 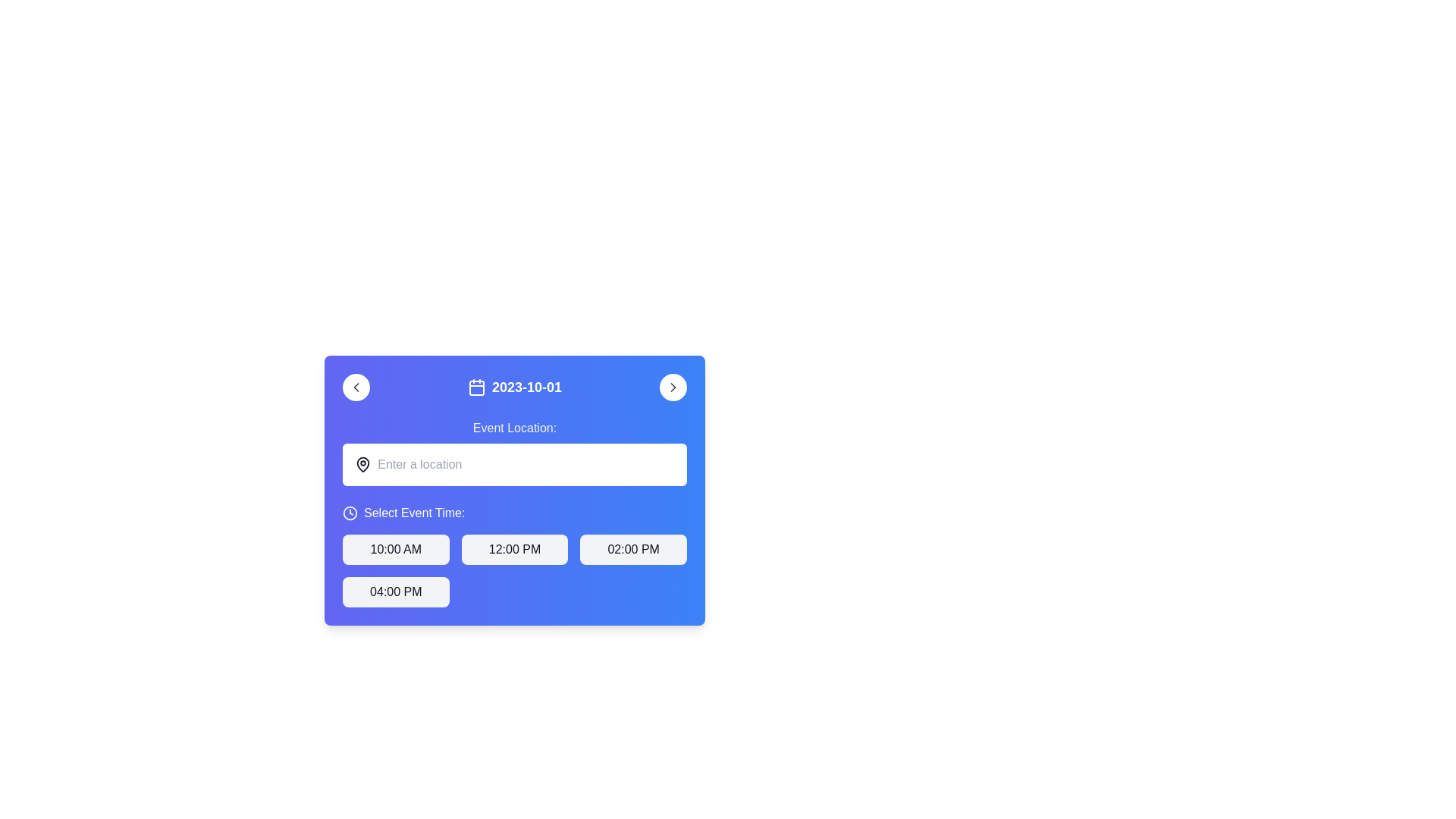 I want to click on the small pin icon, which is a minimalistic map pin located near the left side of the 'Enter a location' input field in the 'Event Location' section, so click(x=362, y=464).